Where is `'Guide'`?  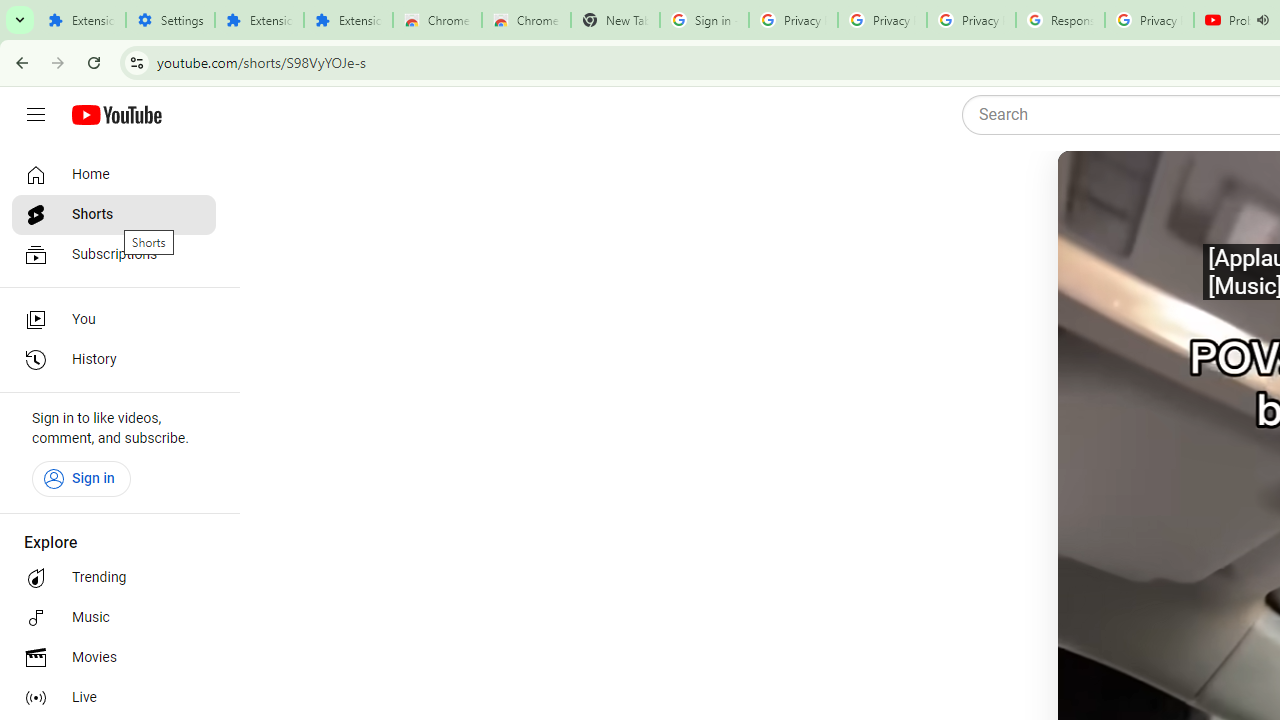
'Guide' is located at coordinates (35, 115).